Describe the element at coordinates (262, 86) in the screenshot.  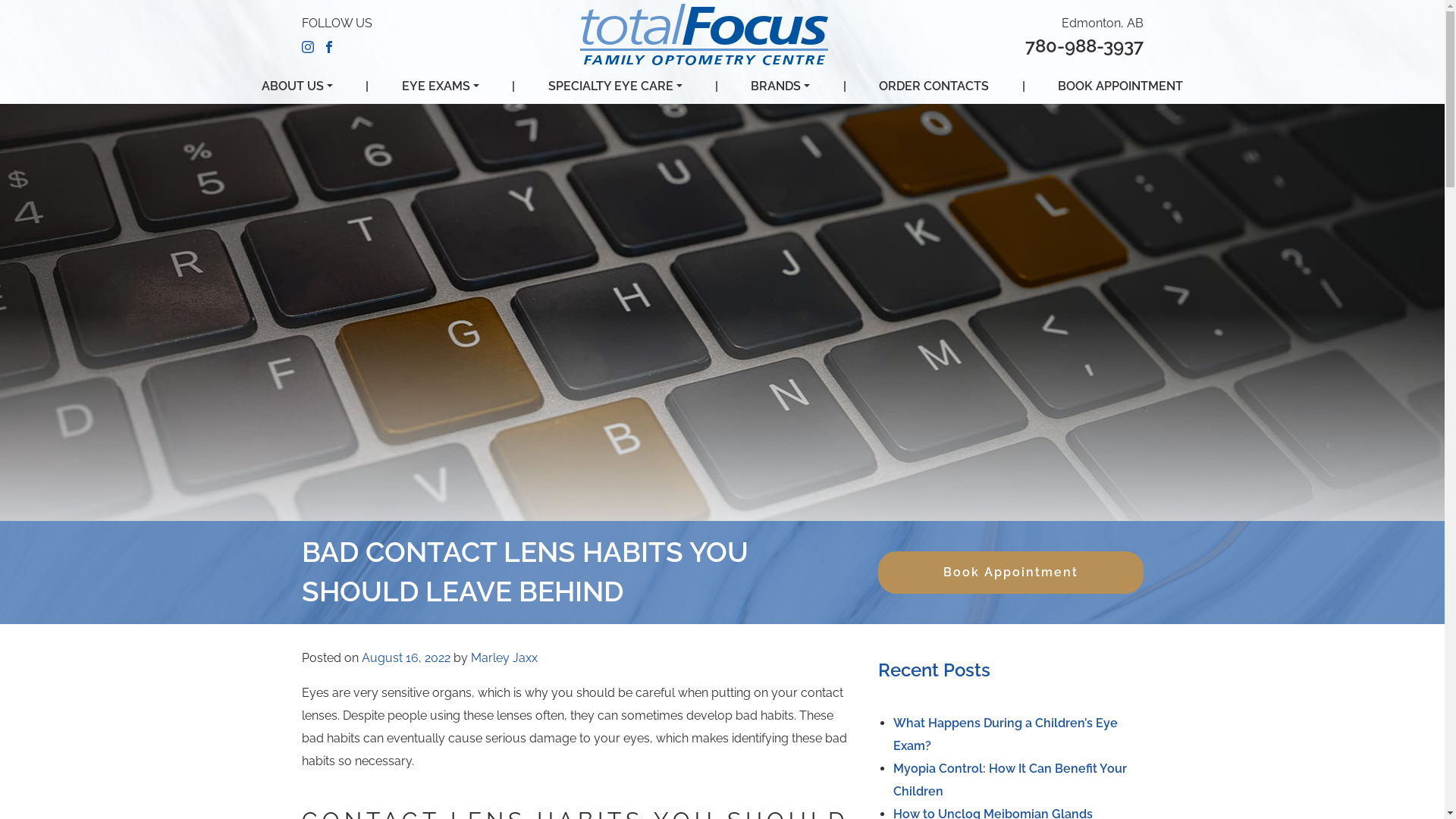
I see `'ABOUT US'` at that location.